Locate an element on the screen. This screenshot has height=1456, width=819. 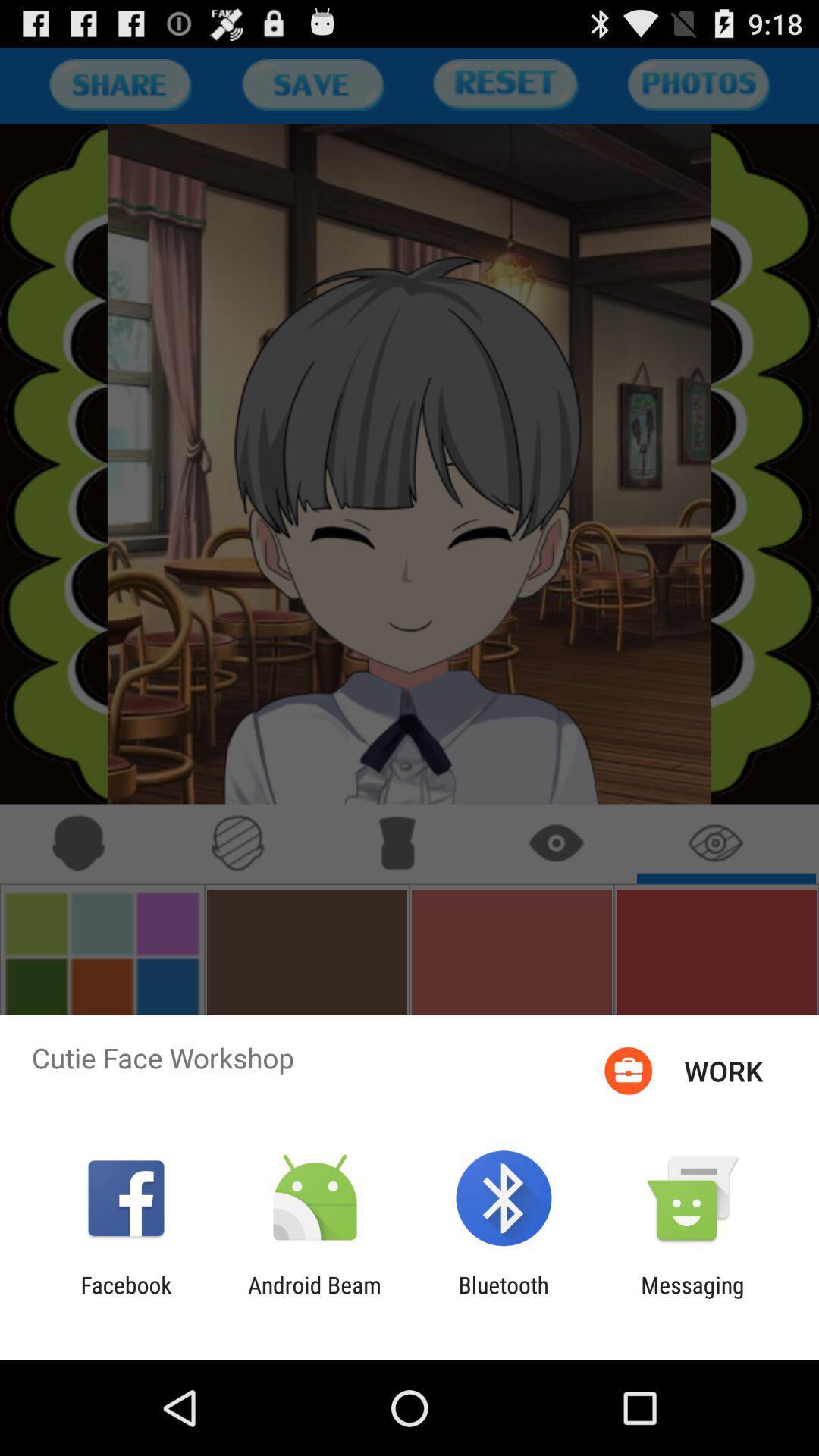
icon to the left of bluetooth item is located at coordinates (314, 1298).